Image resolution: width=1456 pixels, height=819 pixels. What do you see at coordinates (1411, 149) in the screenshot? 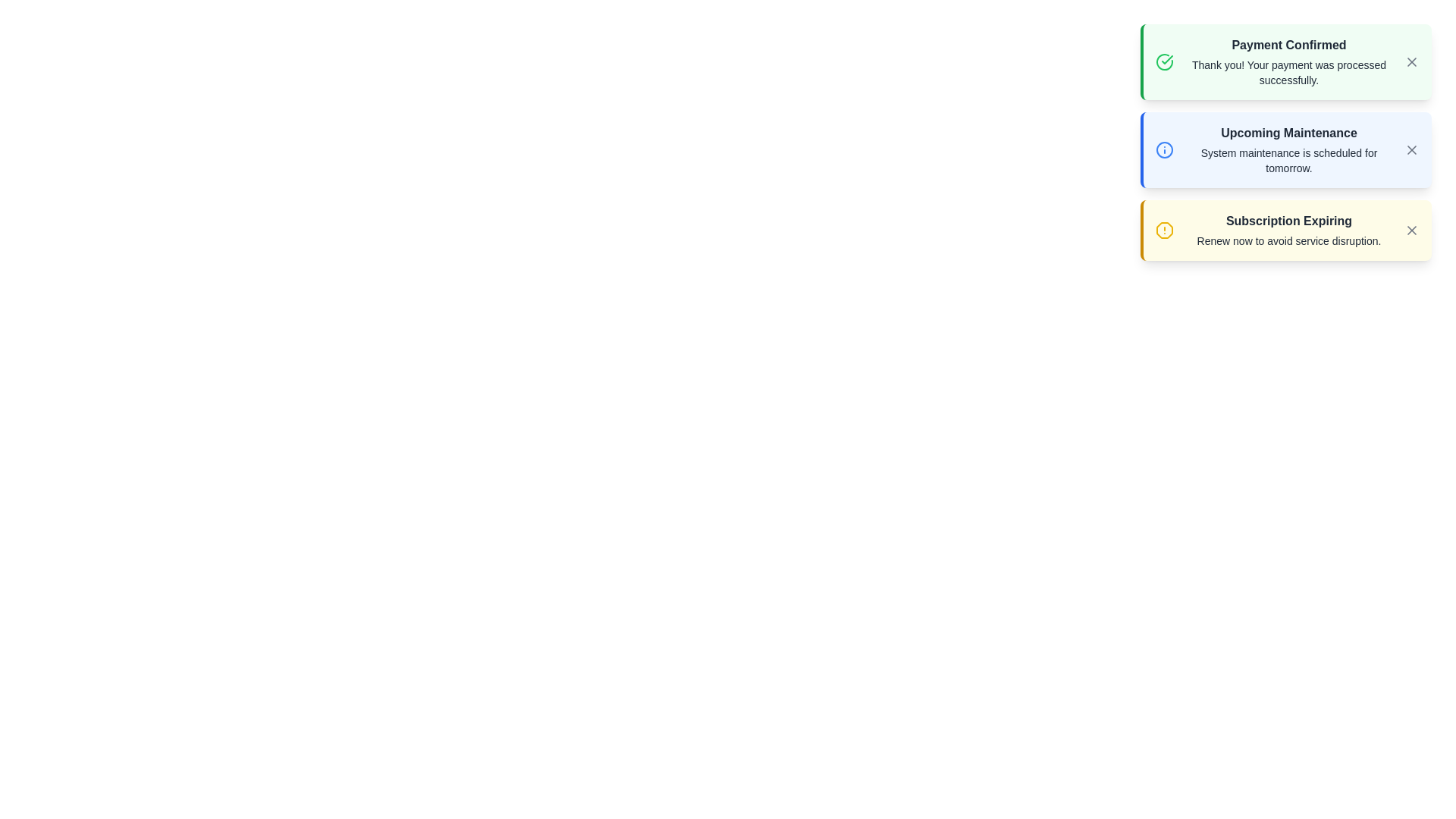
I see `close button of the notification with the title 'Upcoming Maintenance'` at bounding box center [1411, 149].